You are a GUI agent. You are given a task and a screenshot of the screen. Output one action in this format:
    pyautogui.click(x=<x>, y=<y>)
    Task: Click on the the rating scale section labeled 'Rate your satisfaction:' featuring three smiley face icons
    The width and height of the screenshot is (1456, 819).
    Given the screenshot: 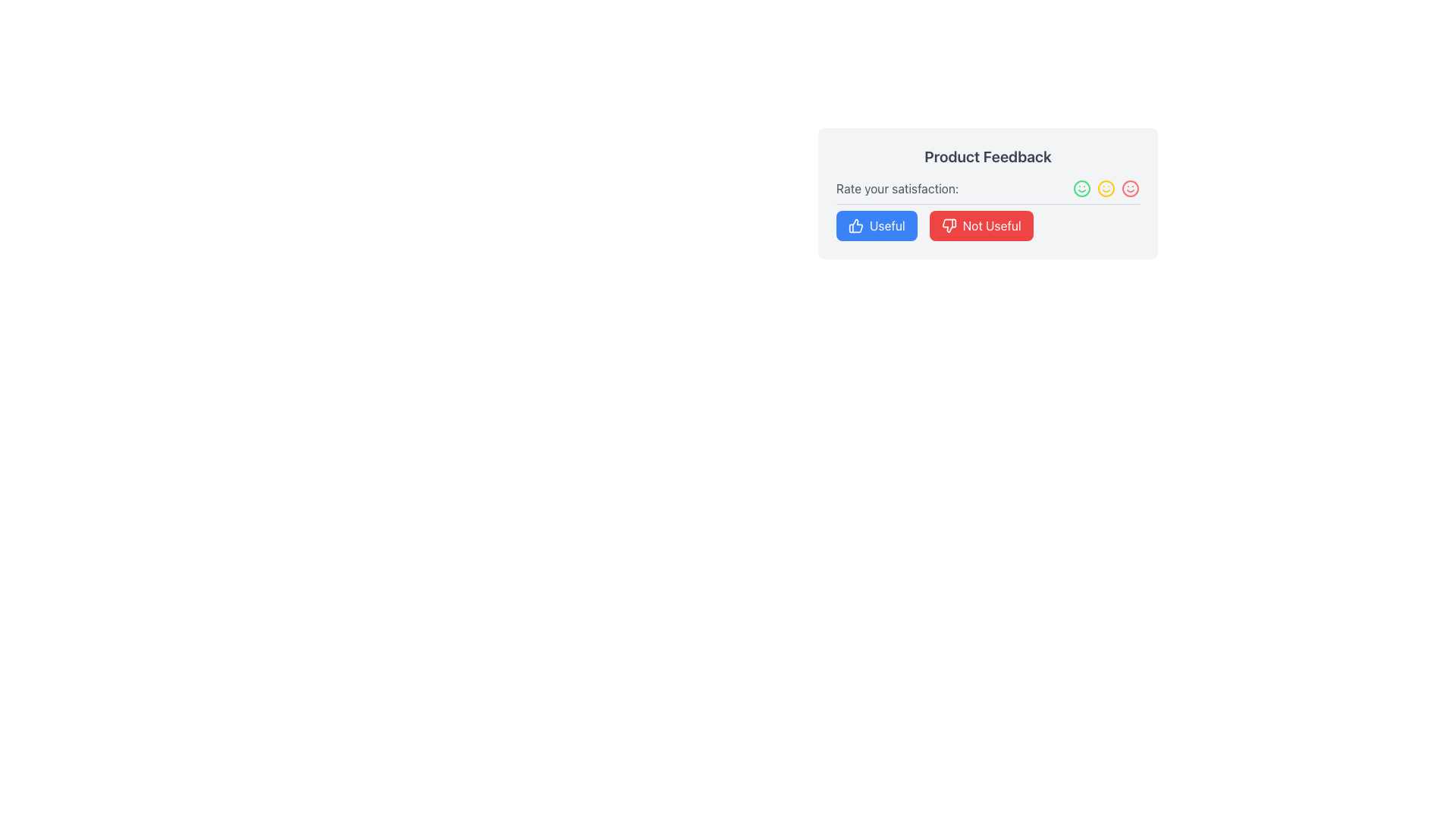 What is the action you would take?
    pyautogui.click(x=987, y=188)
    